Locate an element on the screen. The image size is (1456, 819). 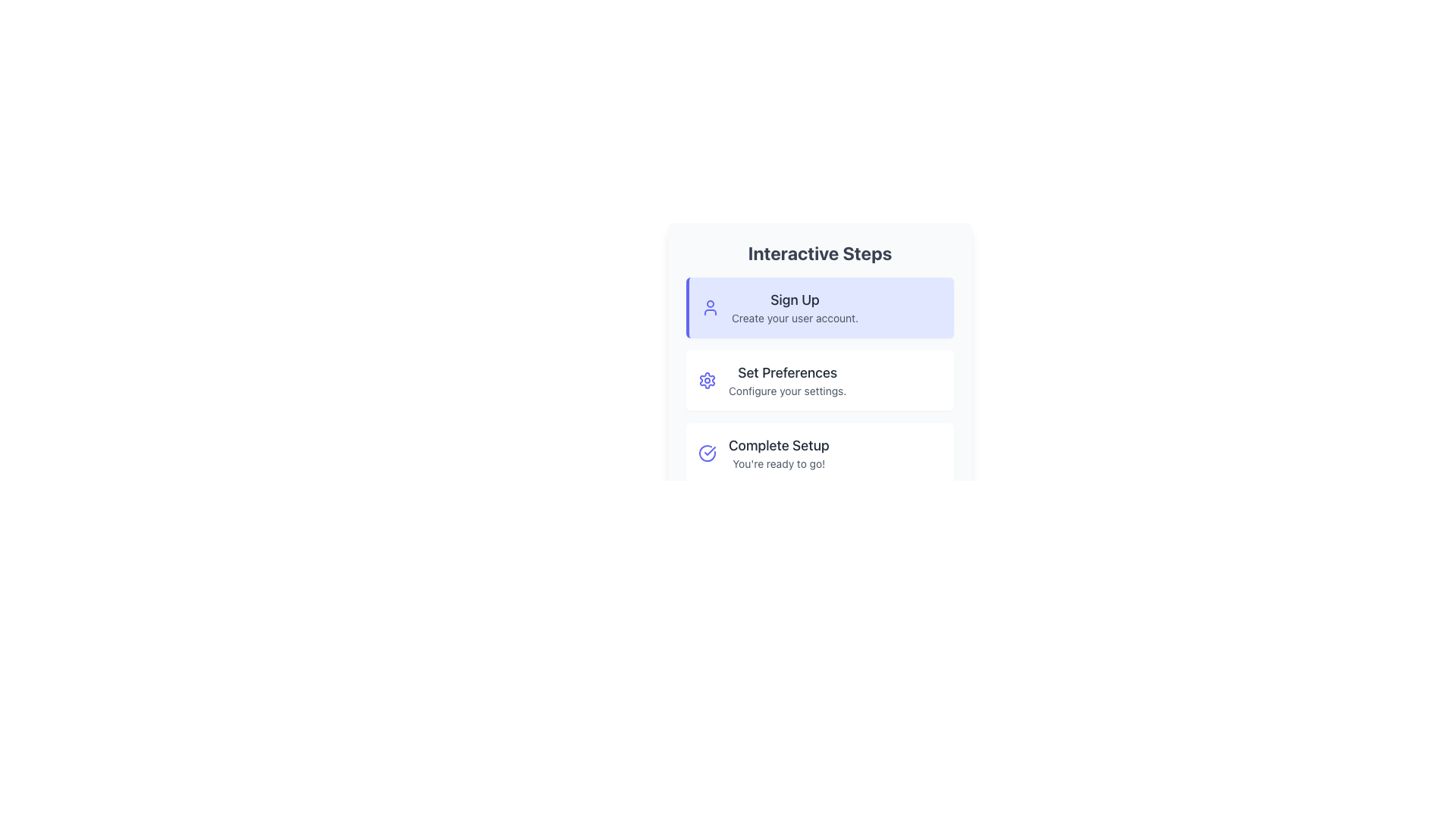
the checkmark icon that is part of the circular confirmation illustration, located near the 'Complete Setup' step is located at coordinates (709, 450).